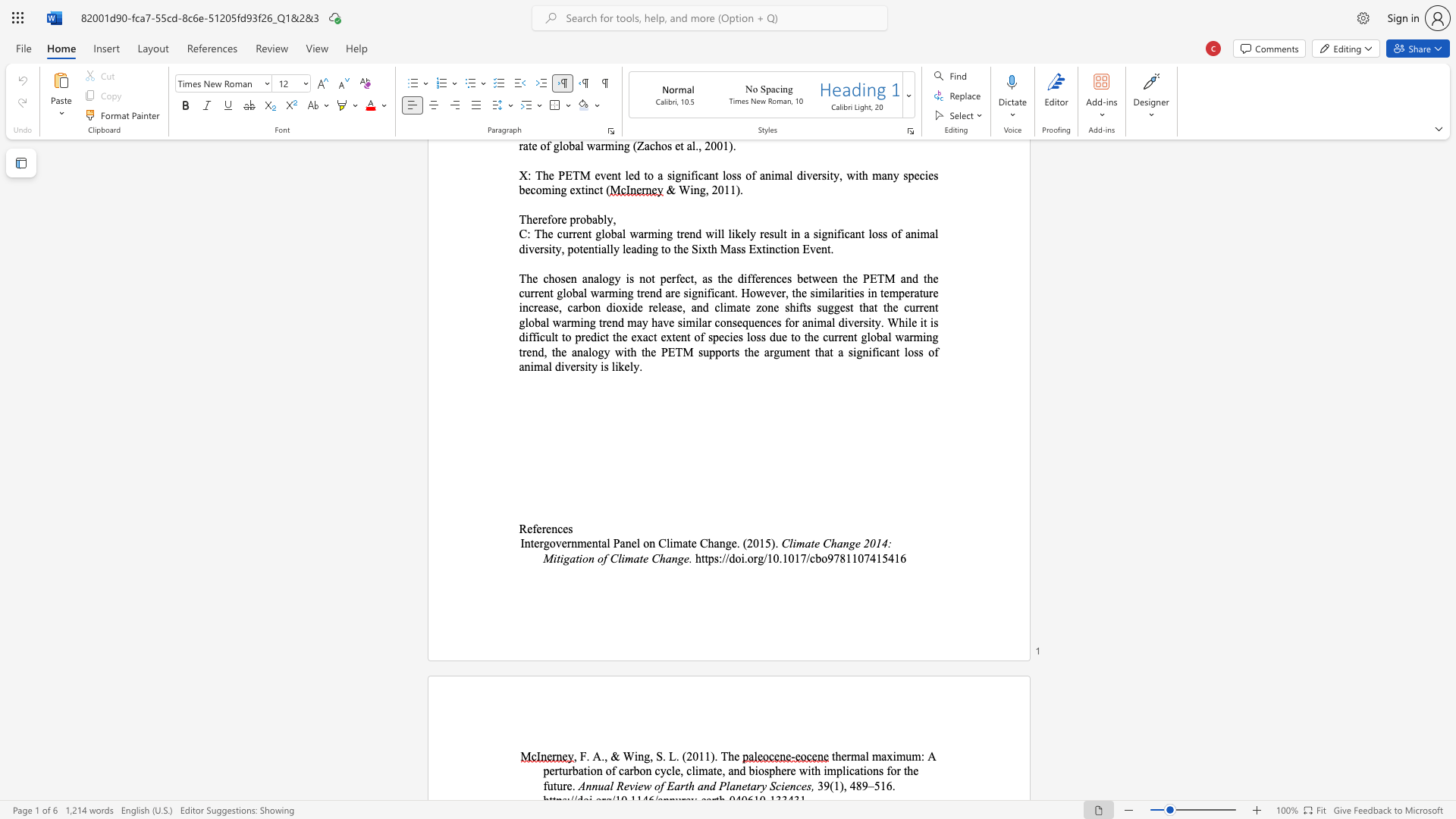 The height and width of the screenshot is (819, 1456). What do you see at coordinates (922, 756) in the screenshot?
I see `the 1th character ":" in the text` at bounding box center [922, 756].